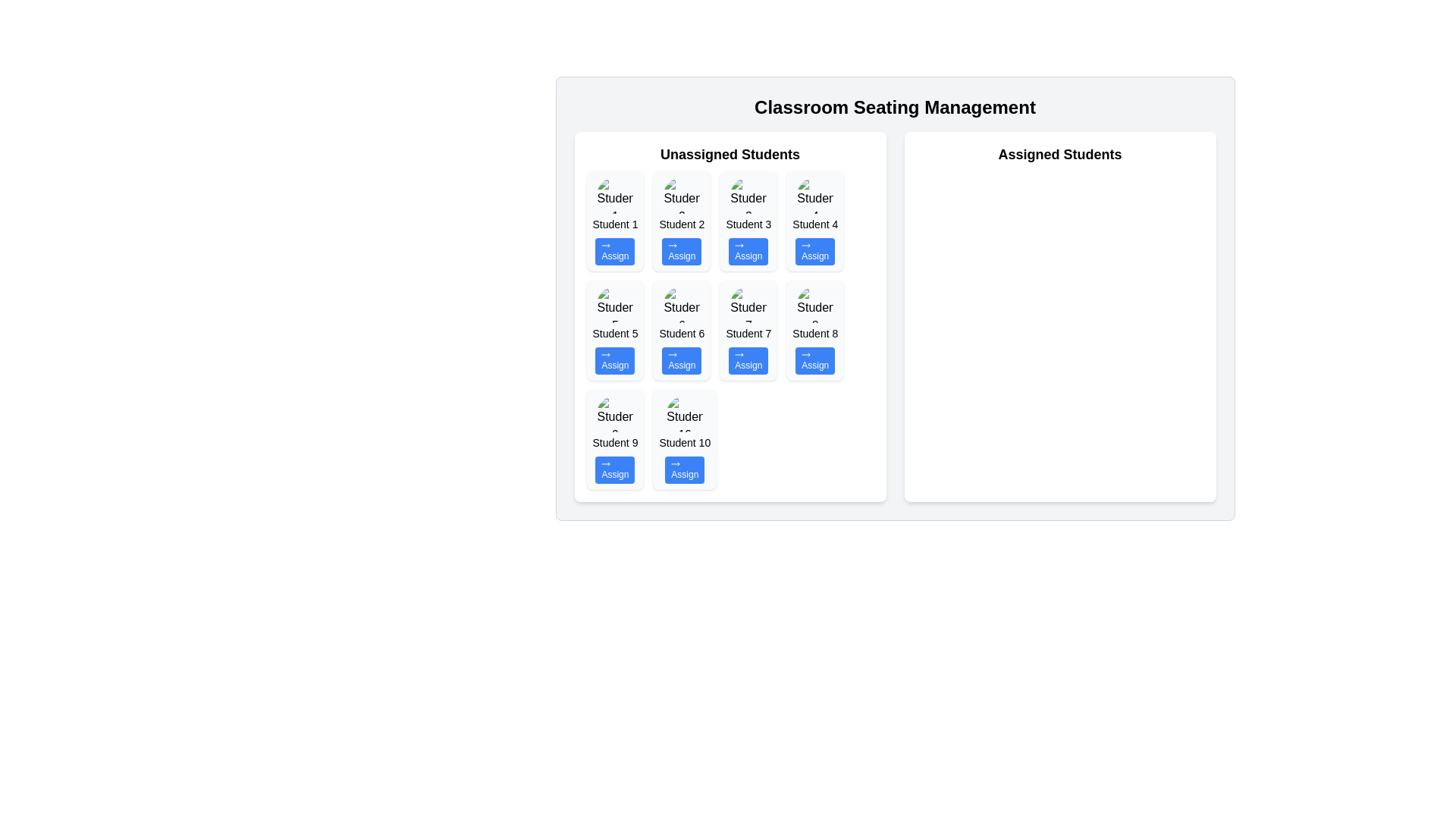 The image size is (1456, 819). I want to click on the student card in the unassigned list to get additional details, so click(684, 439).